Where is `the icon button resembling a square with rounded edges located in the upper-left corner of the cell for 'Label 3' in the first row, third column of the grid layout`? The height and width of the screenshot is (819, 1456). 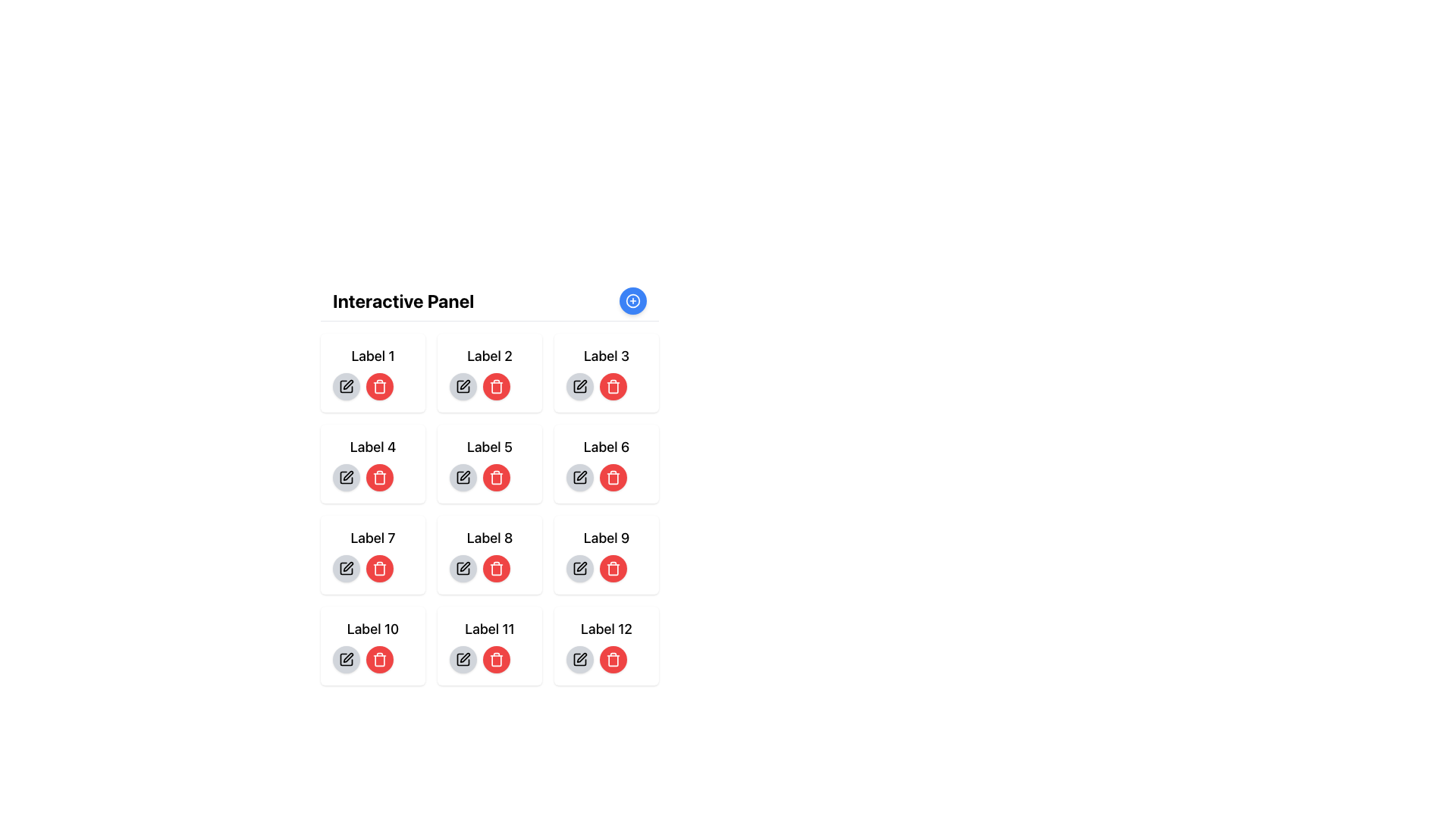
the icon button resembling a square with rounded edges located in the upper-left corner of the cell for 'Label 3' in the first row, third column of the grid layout is located at coordinates (579, 385).